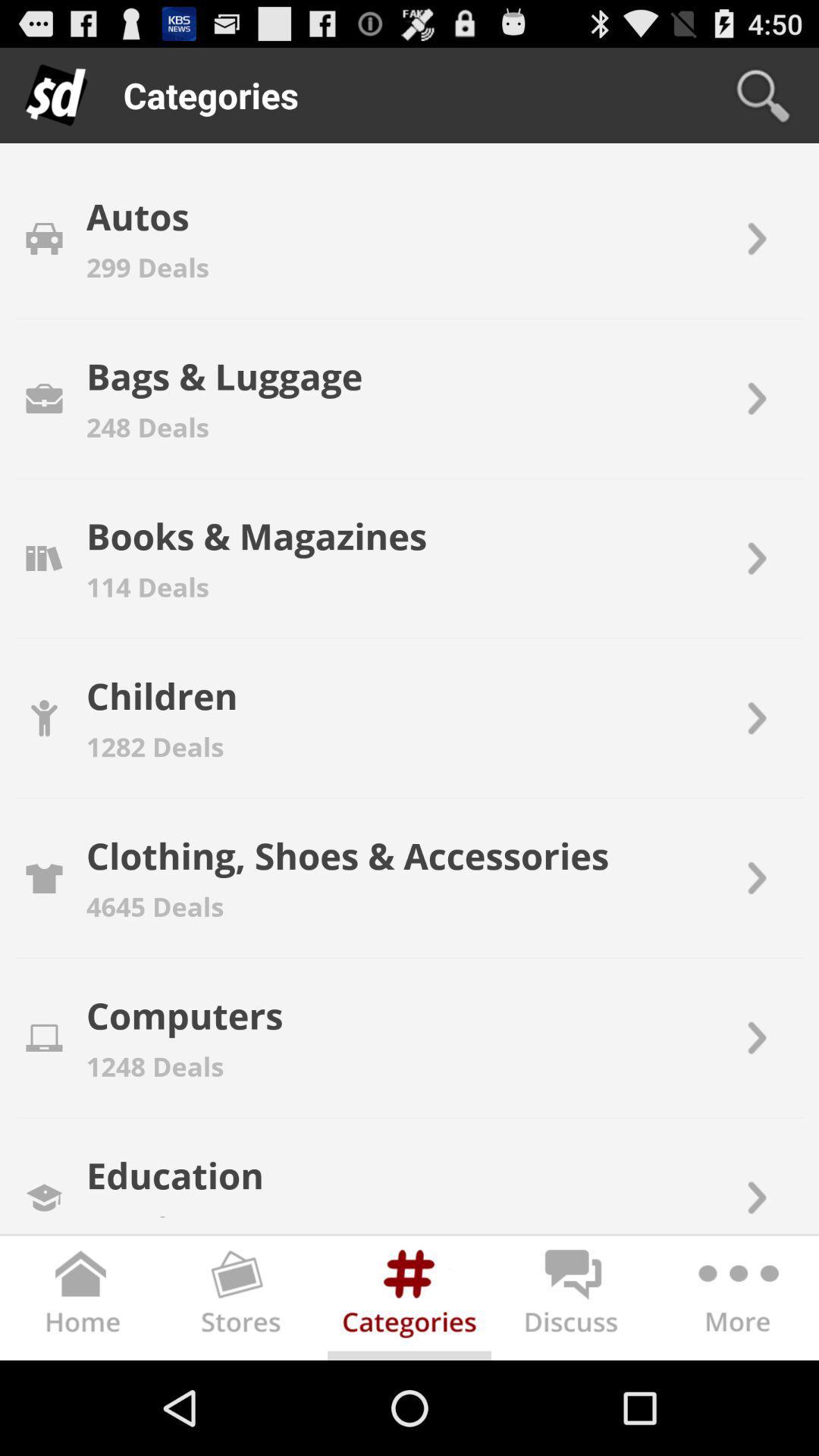  What do you see at coordinates (245, 1301) in the screenshot?
I see `open stores` at bounding box center [245, 1301].